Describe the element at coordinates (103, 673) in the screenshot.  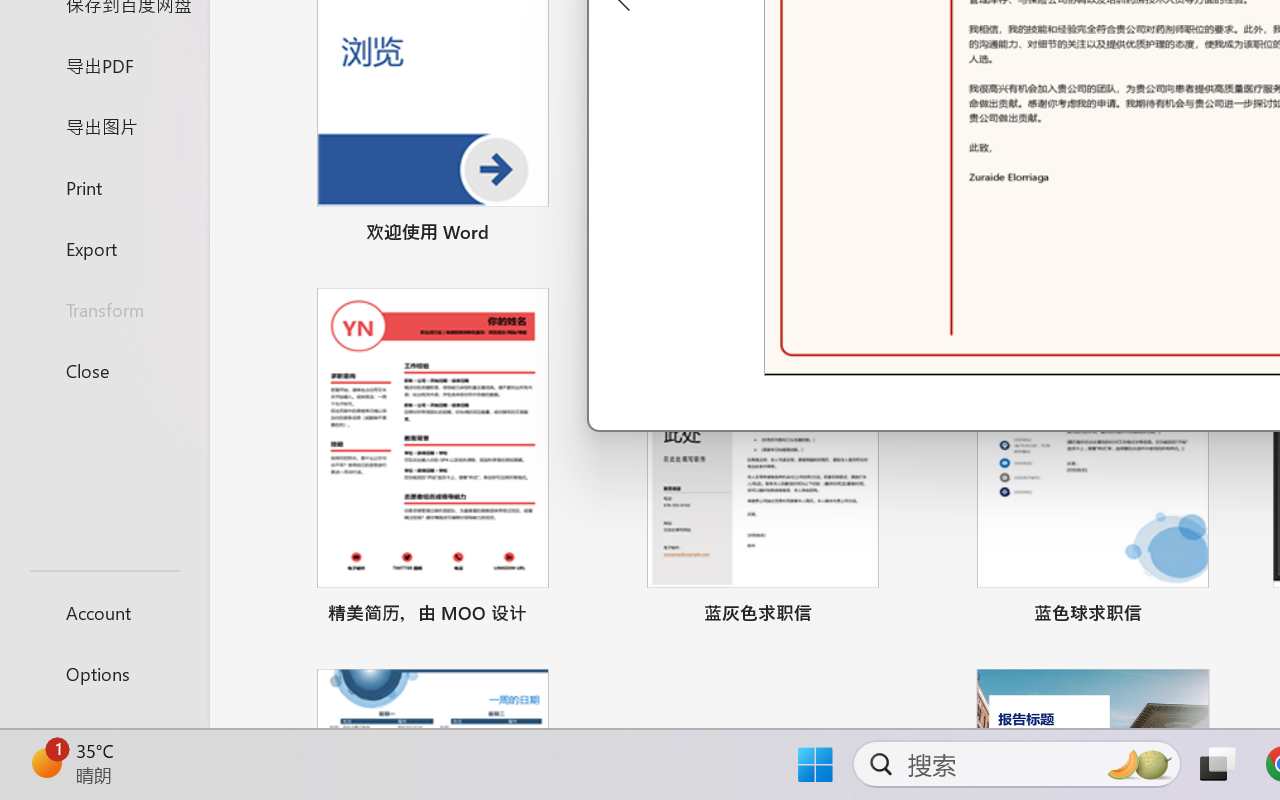
I see `'Options'` at that location.